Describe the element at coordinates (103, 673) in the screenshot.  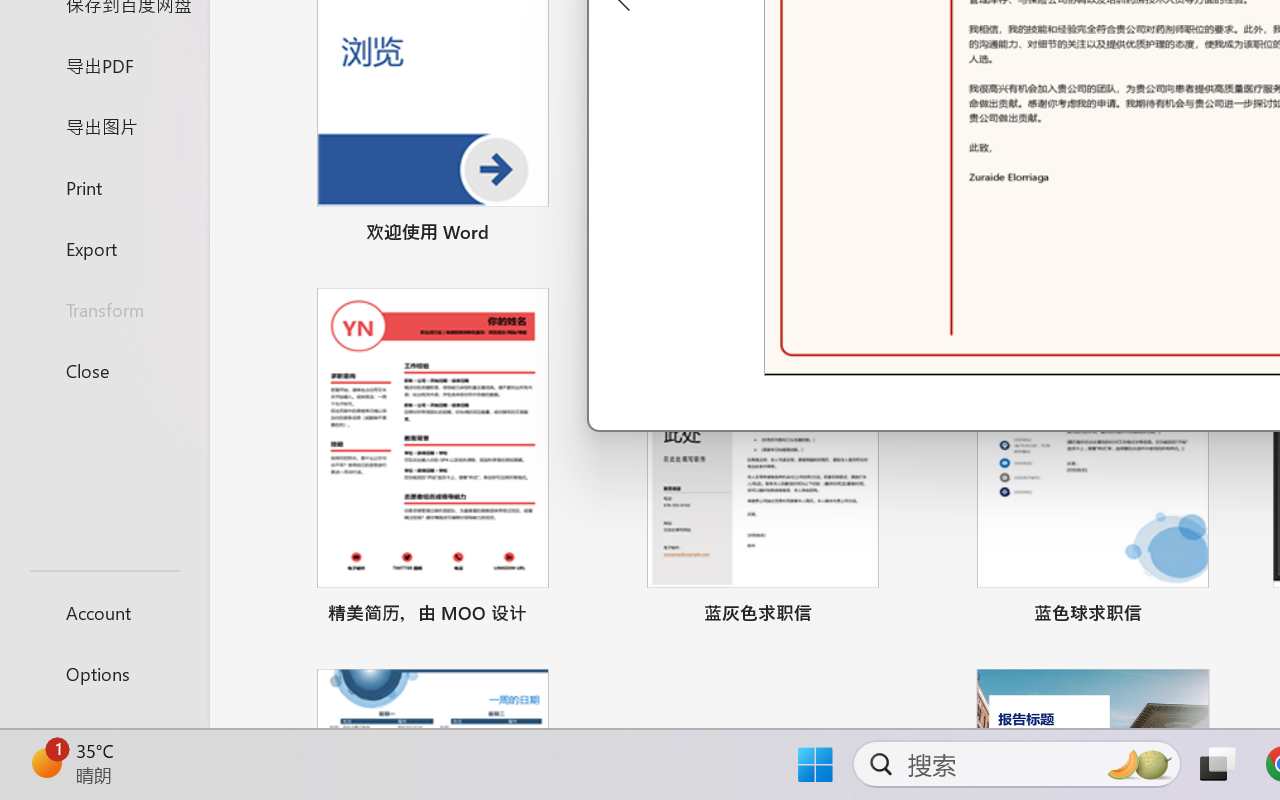
I see `'Options'` at that location.